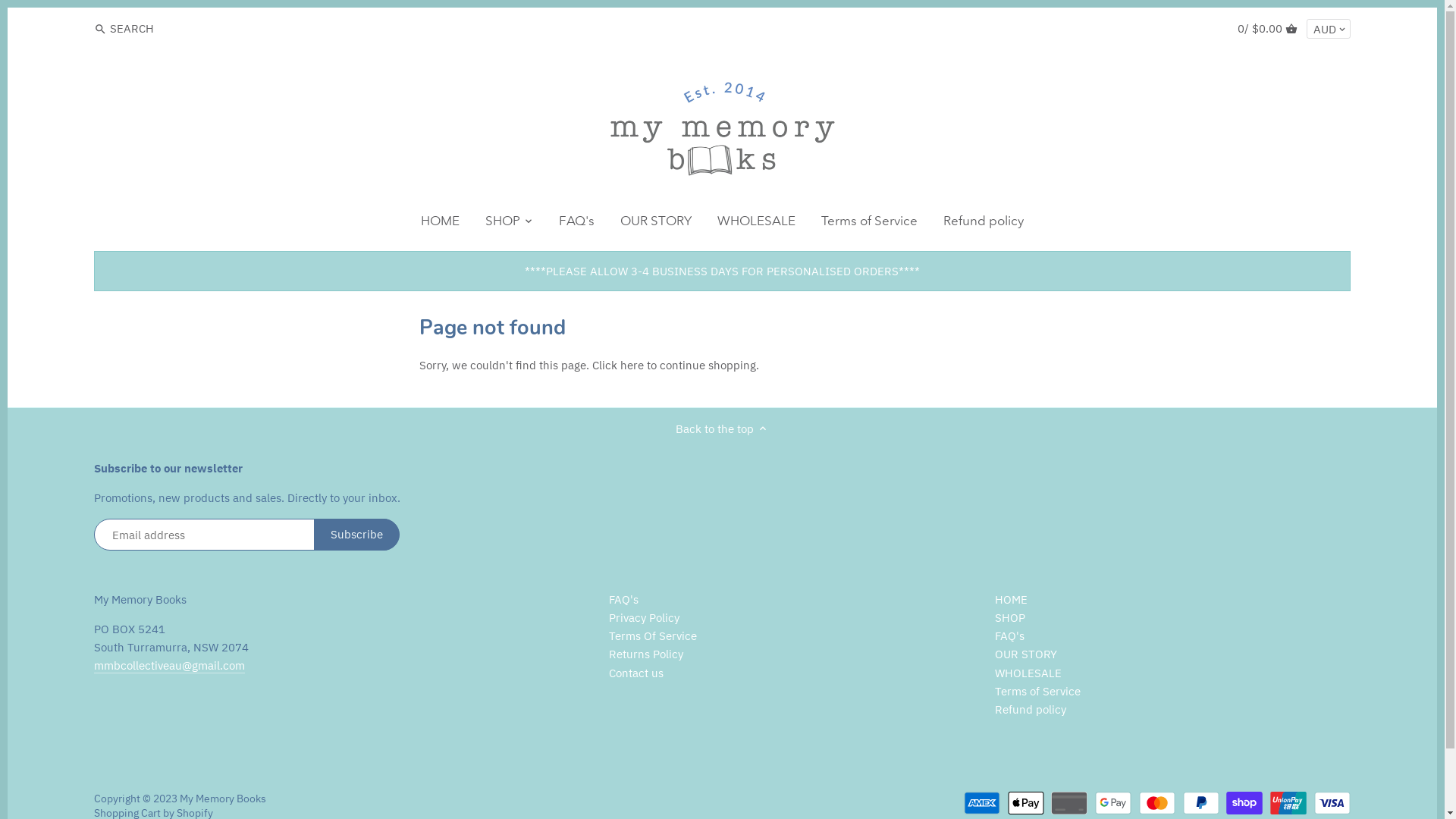  What do you see at coordinates (636, 672) in the screenshot?
I see `'Contact us'` at bounding box center [636, 672].